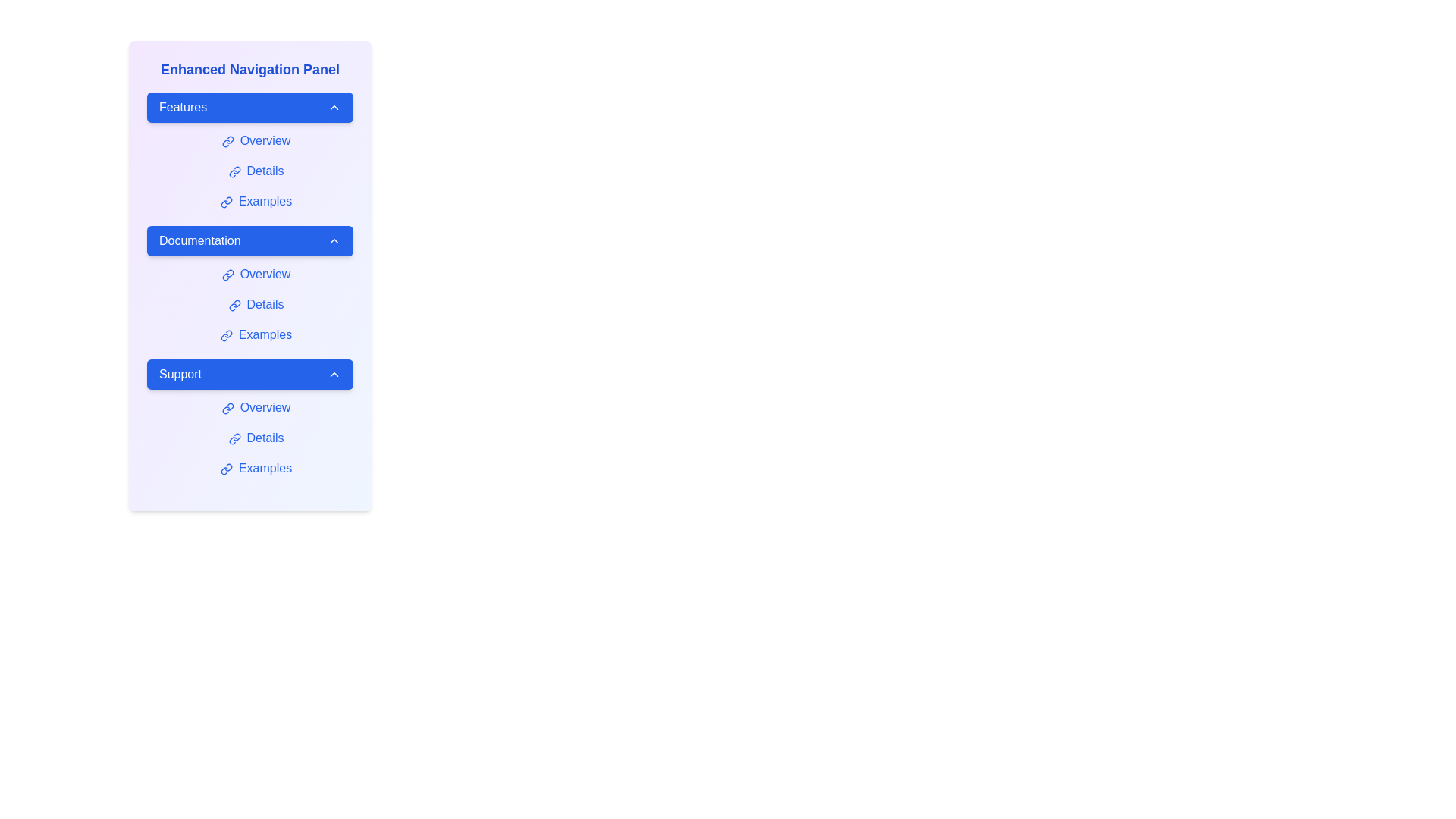 The height and width of the screenshot is (819, 1456). Describe the element at coordinates (250, 107) in the screenshot. I see `the 'Features' collapsible button in the Enhanced Navigation Panel` at that location.